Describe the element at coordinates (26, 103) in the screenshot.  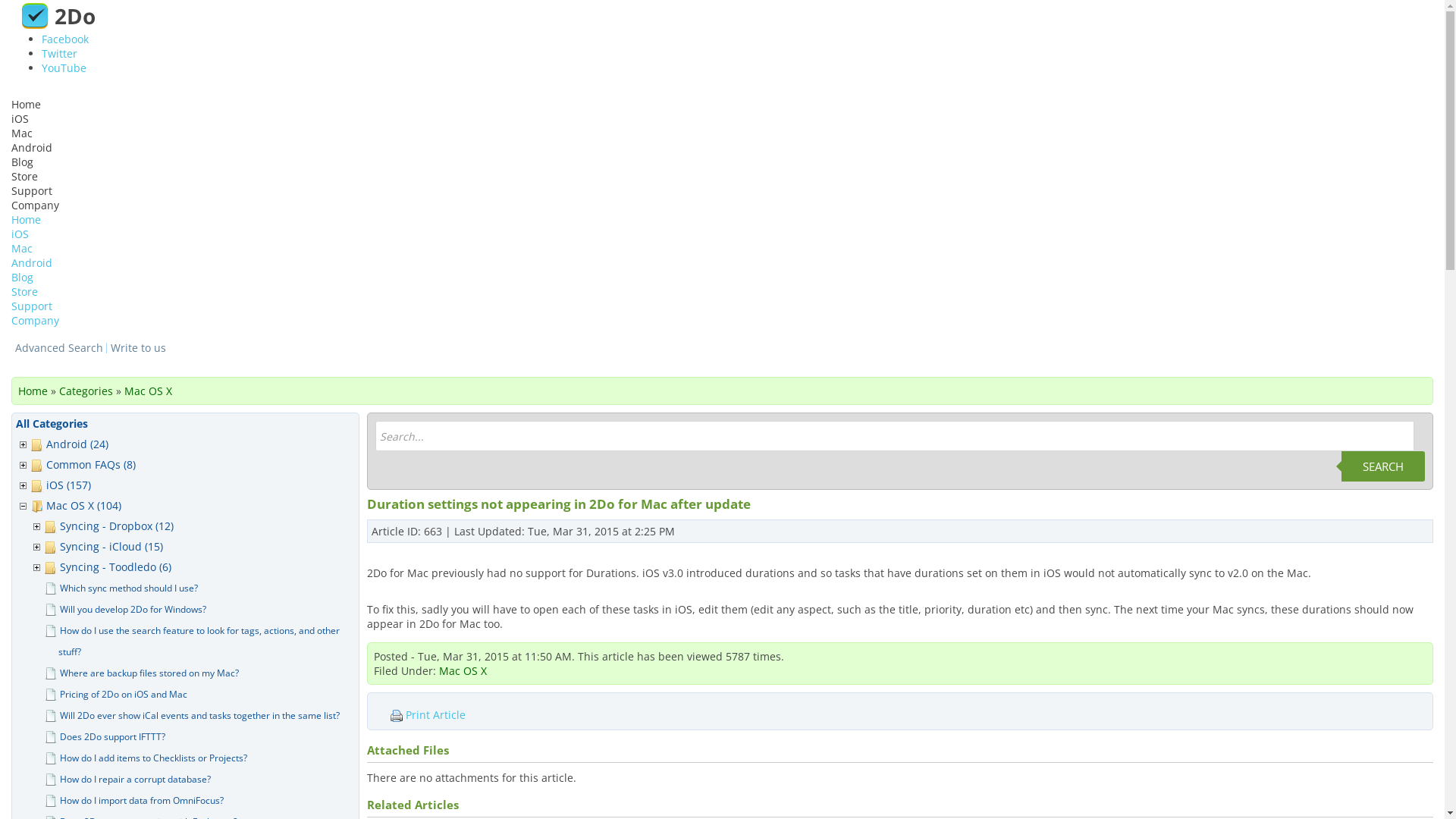
I see `'Home'` at that location.